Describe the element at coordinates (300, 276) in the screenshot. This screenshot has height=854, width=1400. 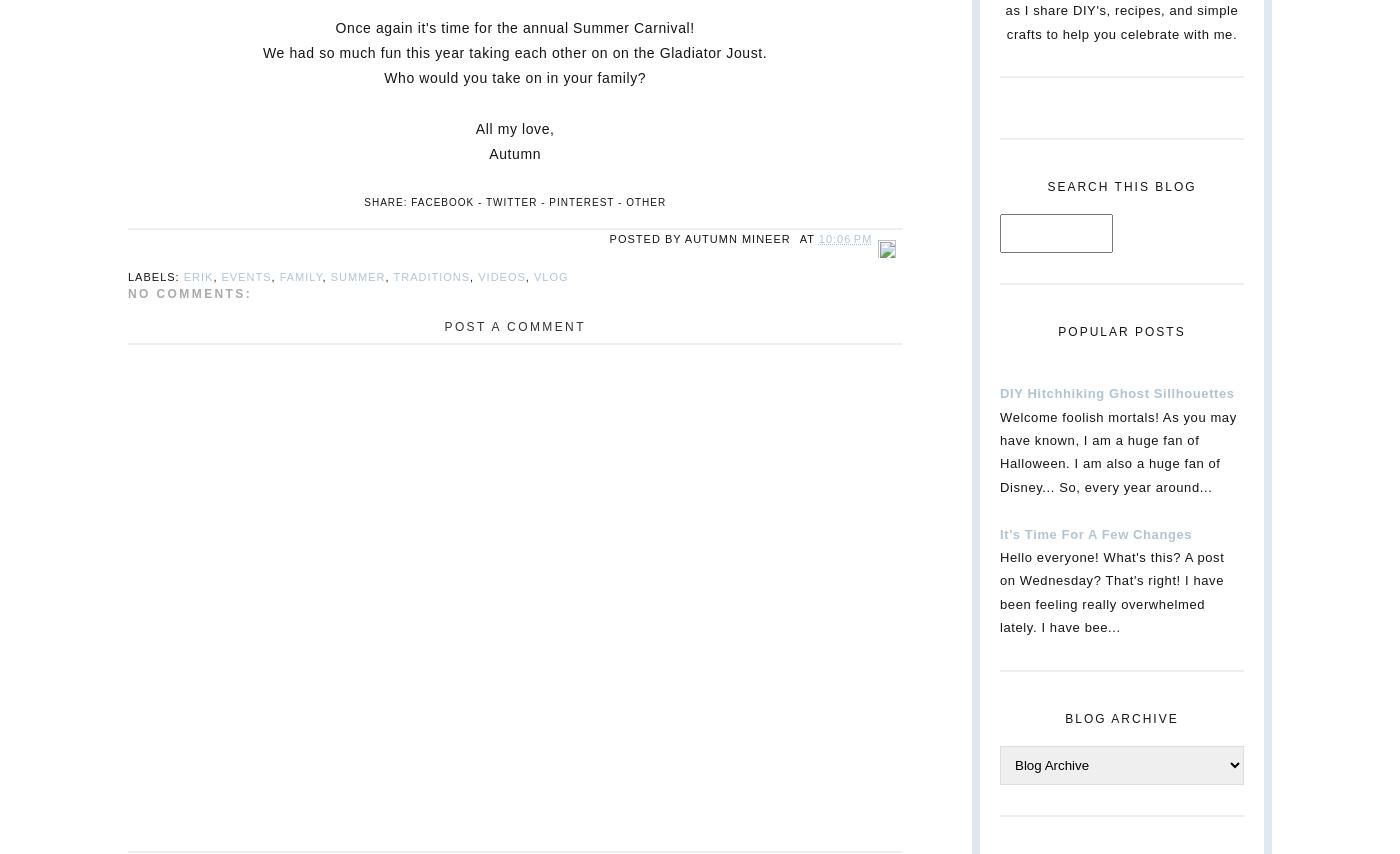
I see `'Family'` at that location.